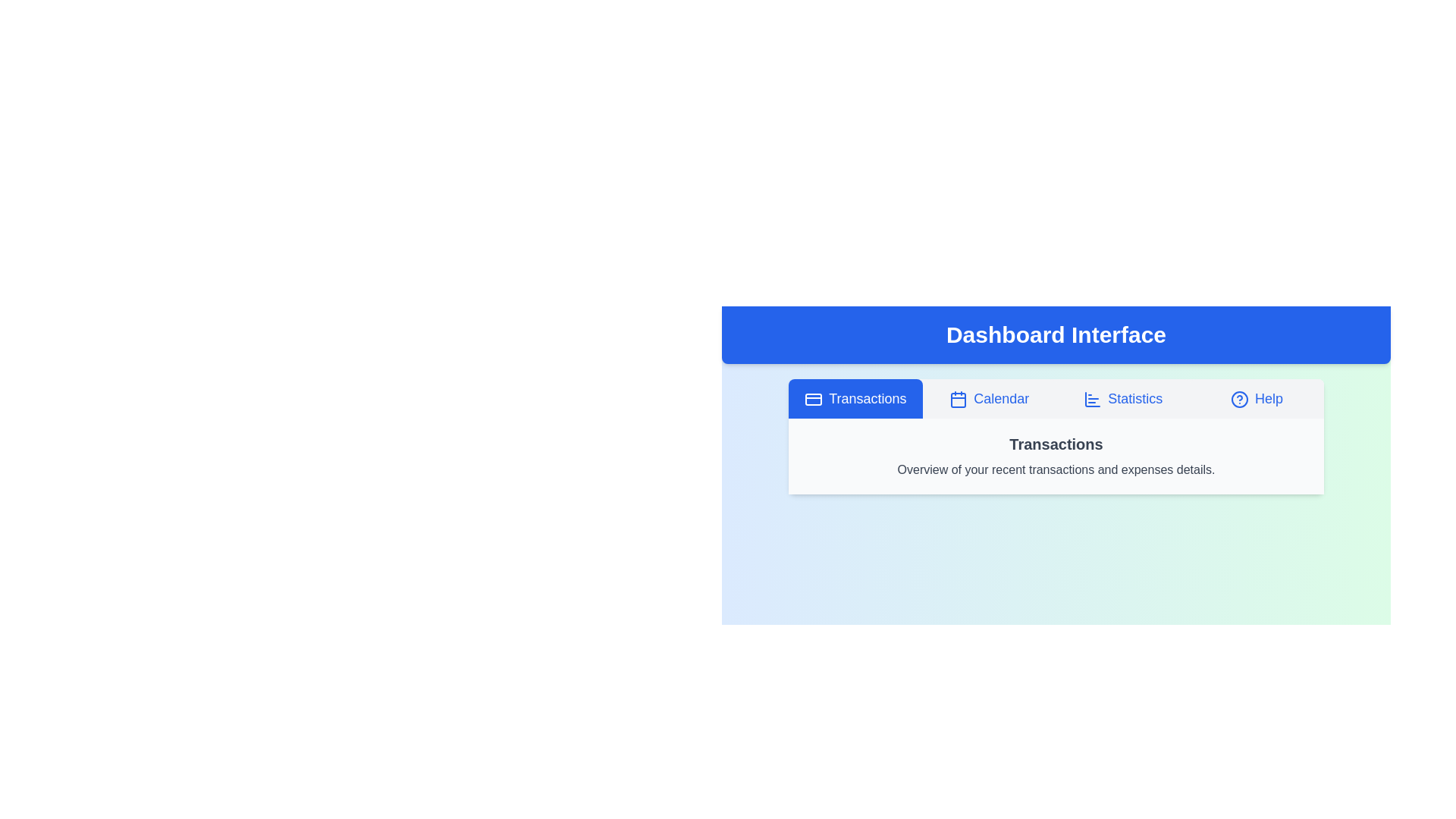  I want to click on the tab labeled Calendar, so click(989, 397).